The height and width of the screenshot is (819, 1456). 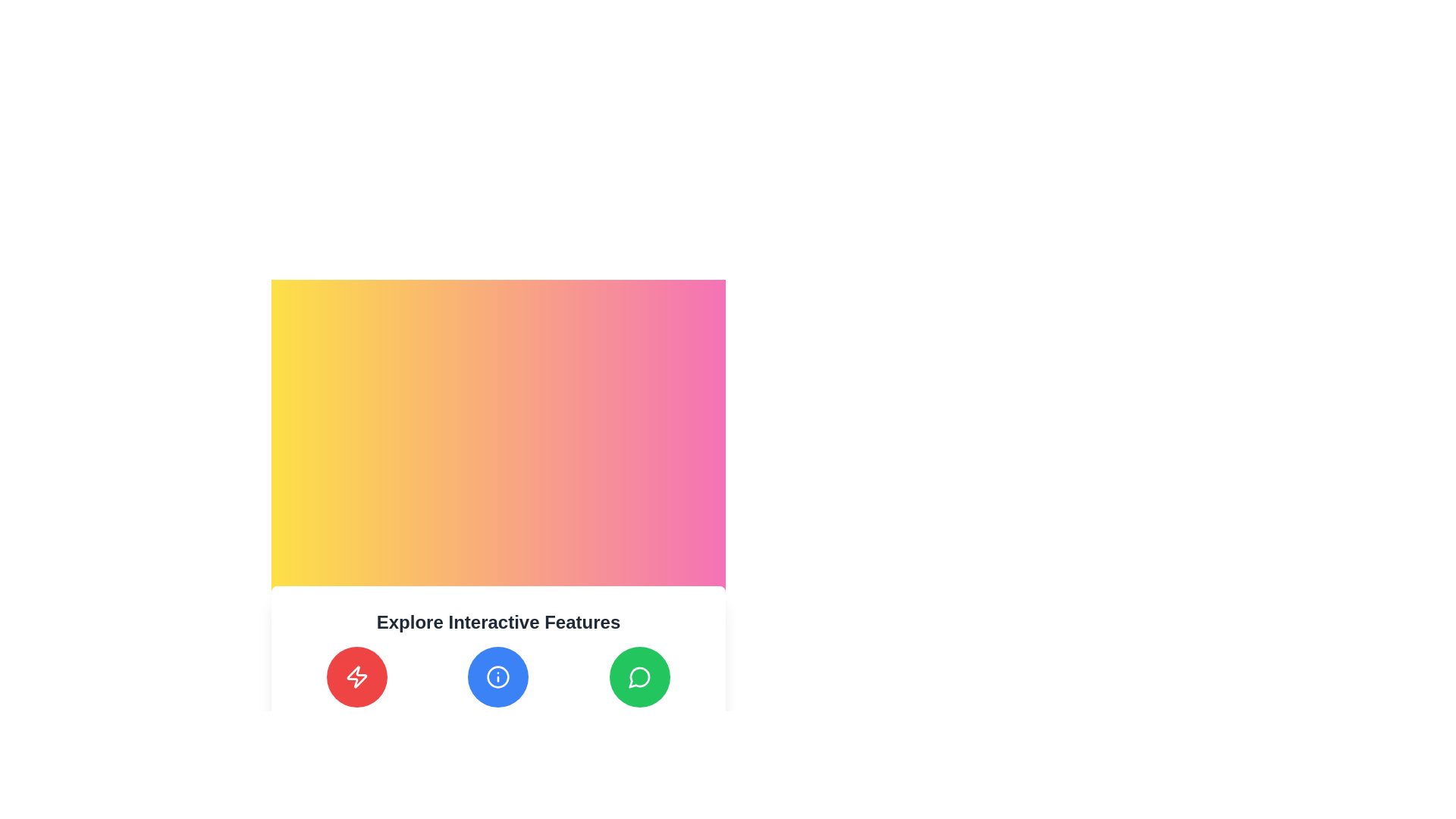 What do you see at coordinates (356, 676) in the screenshot?
I see `the first button in the three-column grid at the bottom of the section` at bounding box center [356, 676].